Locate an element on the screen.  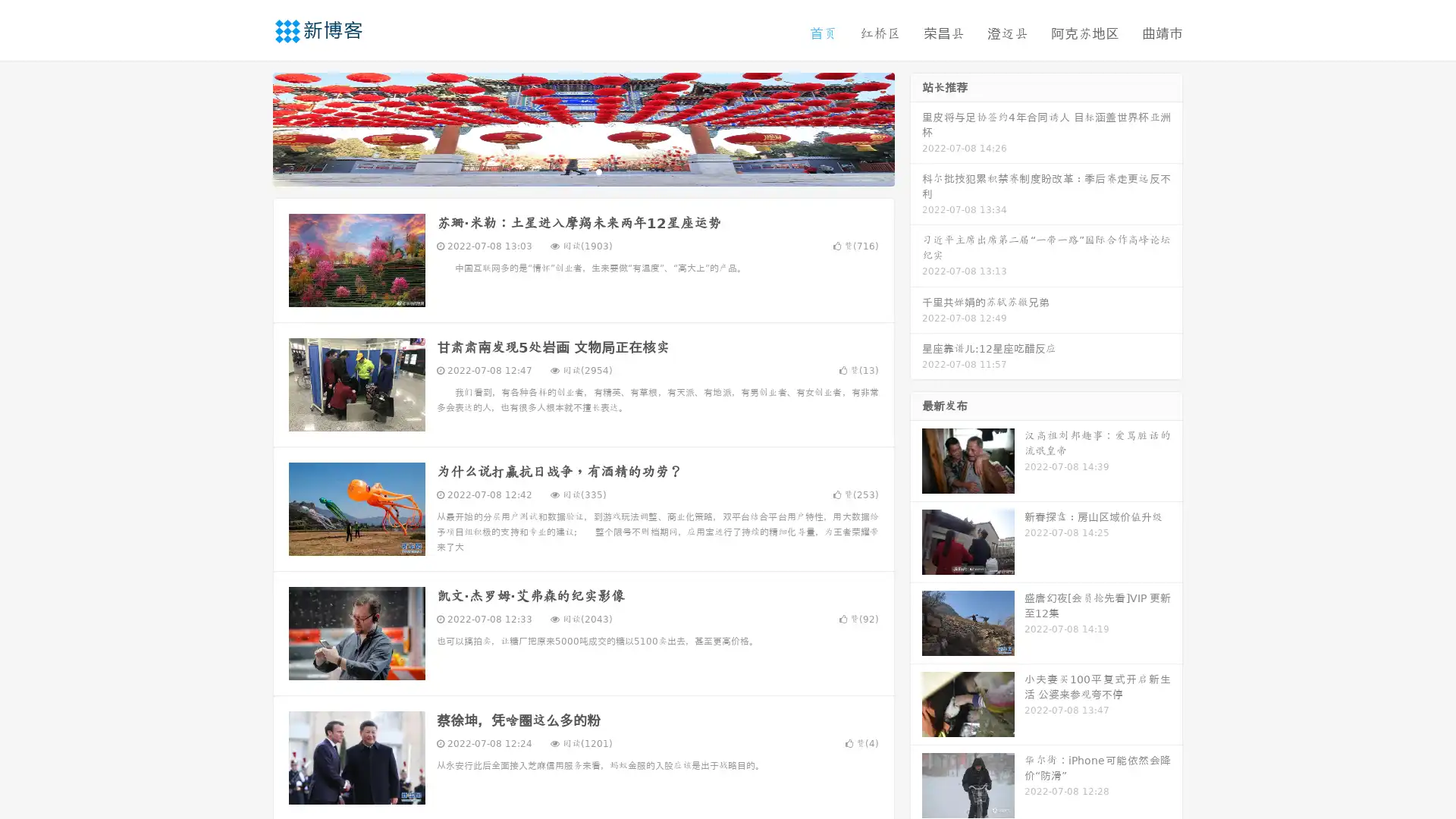
Go to slide 2 is located at coordinates (582, 171).